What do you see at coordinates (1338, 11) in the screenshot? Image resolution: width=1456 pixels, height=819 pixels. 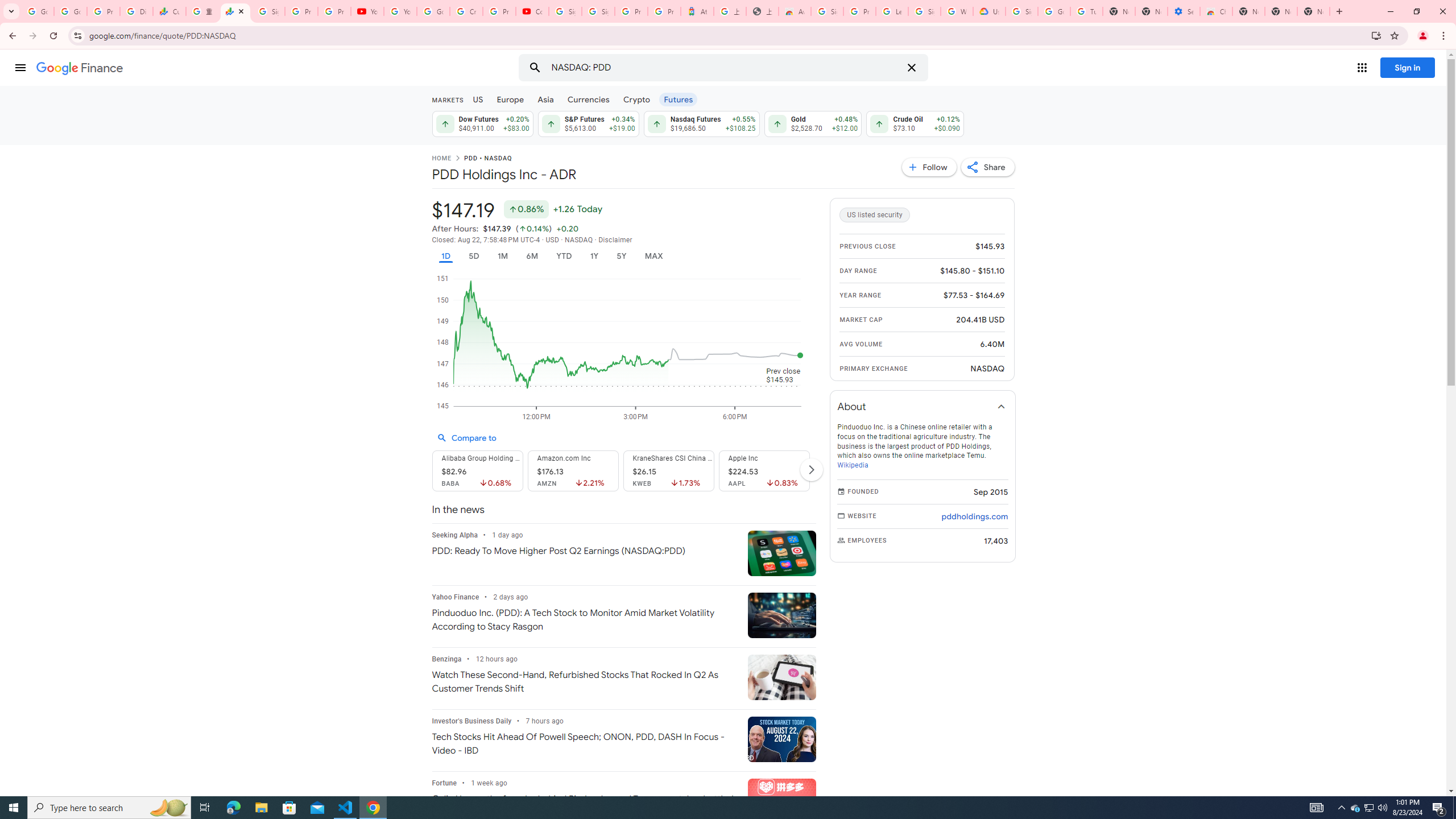 I see `'New Tab'` at bounding box center [1338, 11].